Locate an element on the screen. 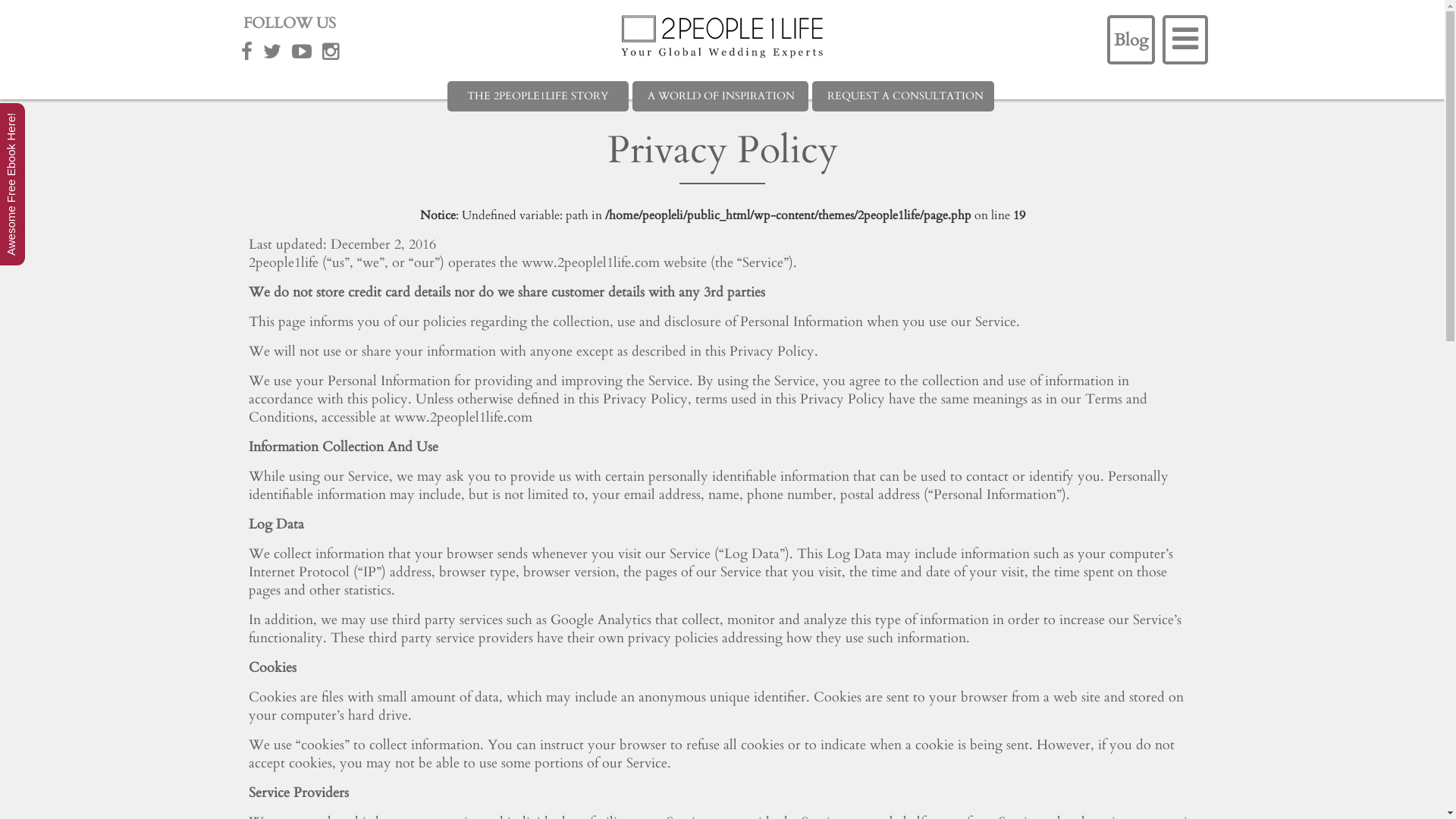  'THE 2PEOPLE1LIFE STORY' is located at coordinates (538, 96).